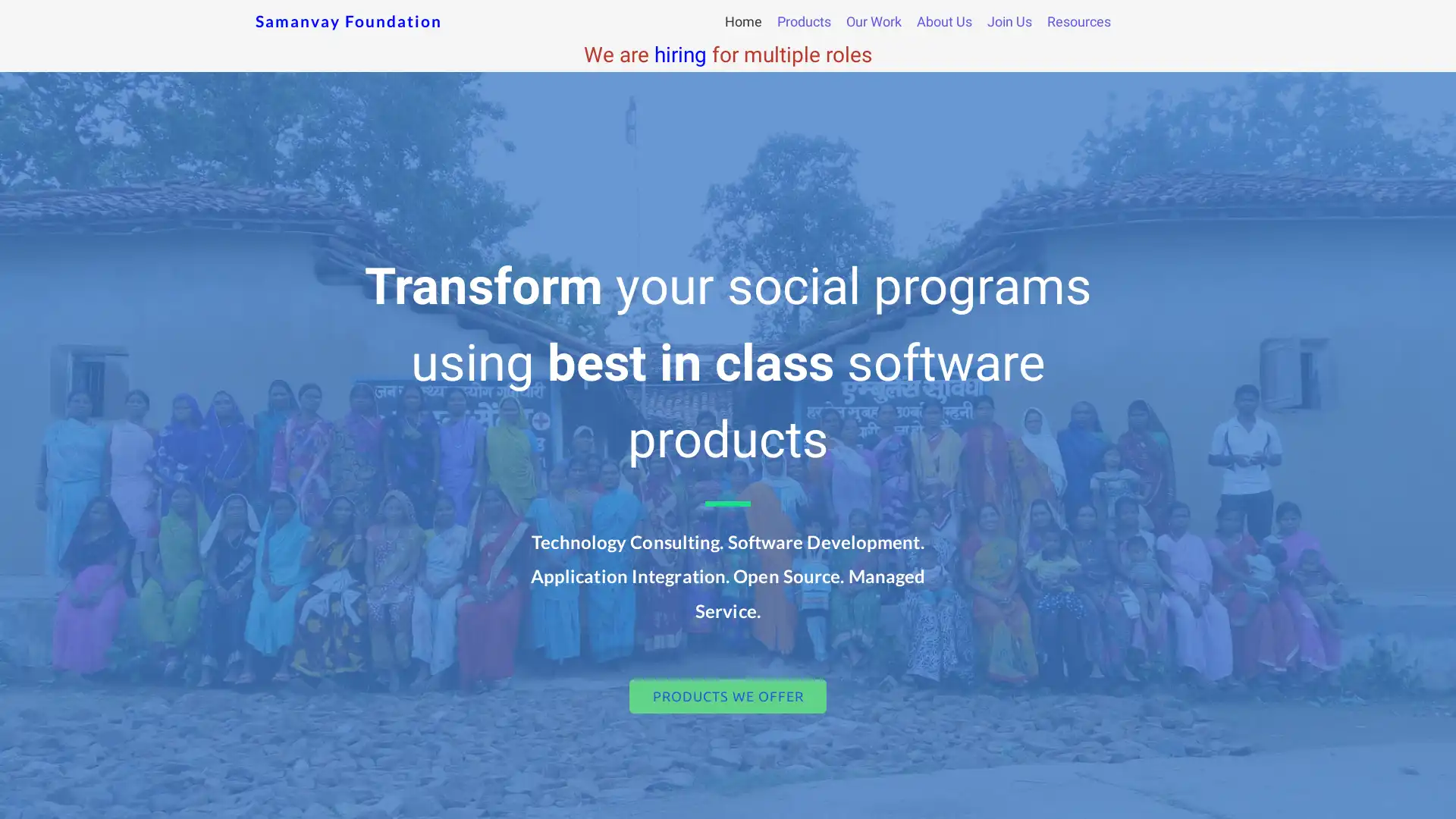 The width and height of the screenshot is (1456, 819). Describe the element at coordinates (728, 696) in the screenshot. I see `PRODUCTS WE OFFER` at that location.